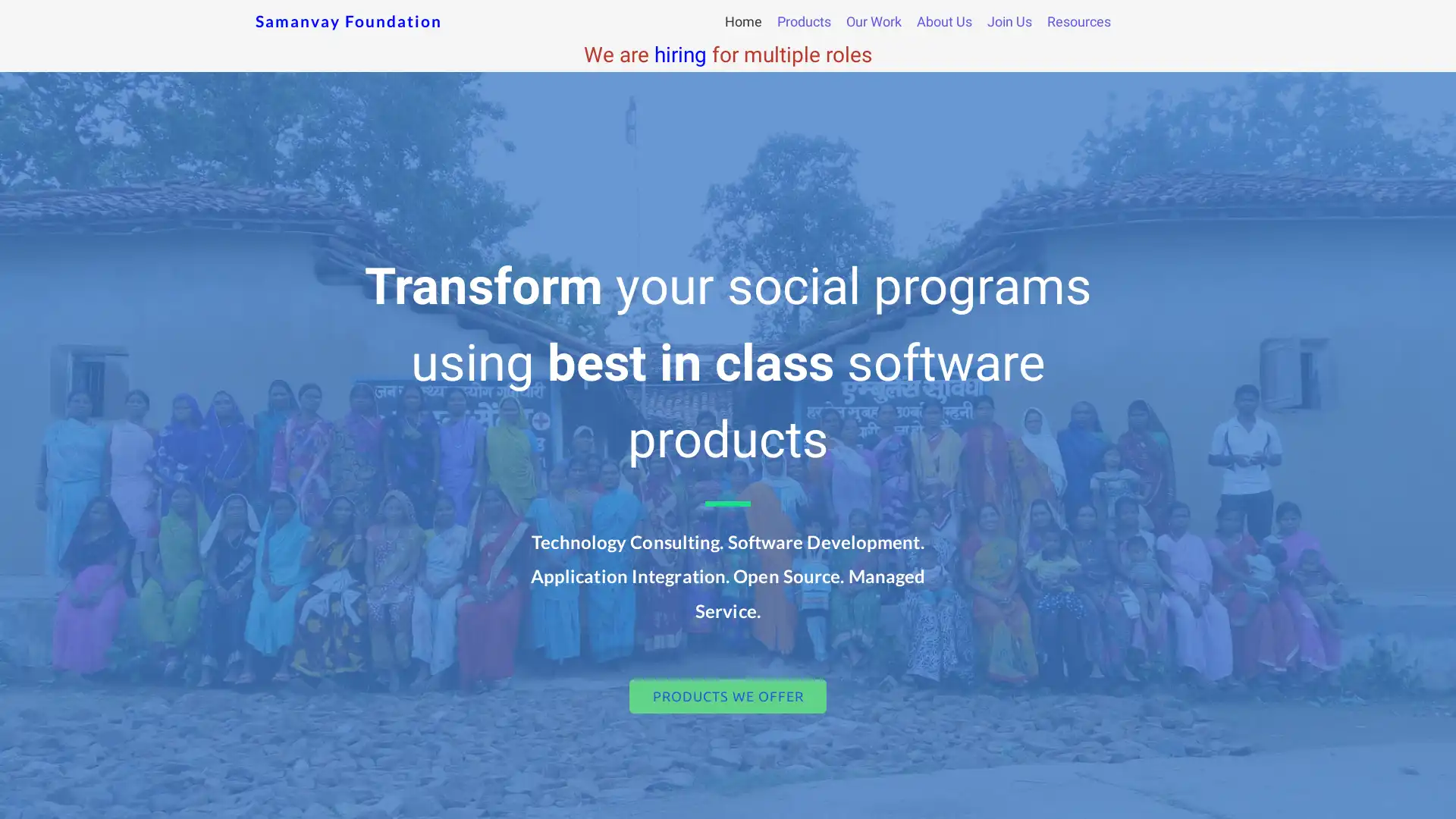 The width and height of the screenshot is (1456, 819). Describe the element at coordinates (728, 696) in the screenshot. I see `PRODUCTS WE OFFER` at that location.